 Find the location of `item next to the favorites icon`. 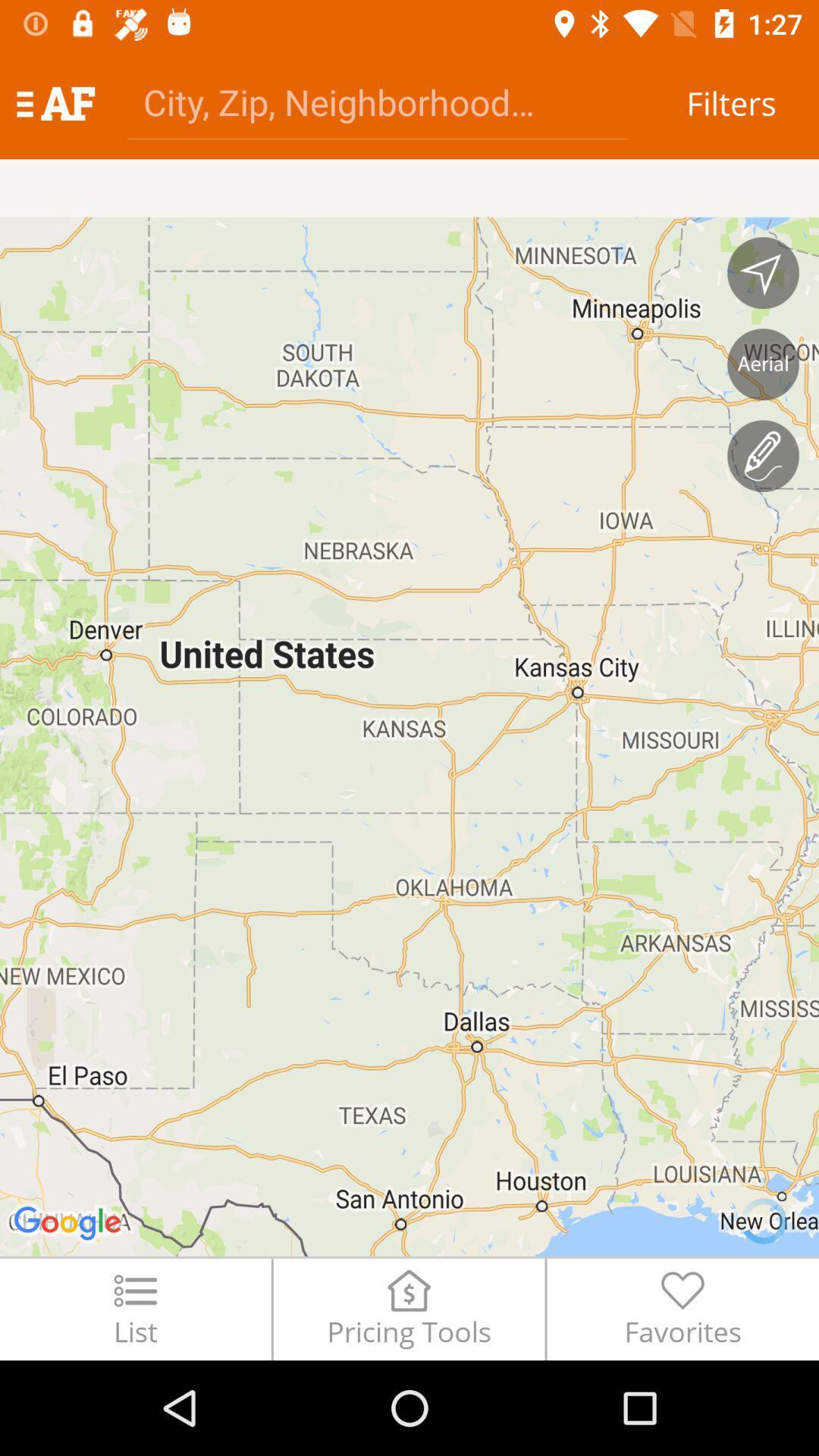

item next to the favorites icon is located at coordinates (408, 1308).